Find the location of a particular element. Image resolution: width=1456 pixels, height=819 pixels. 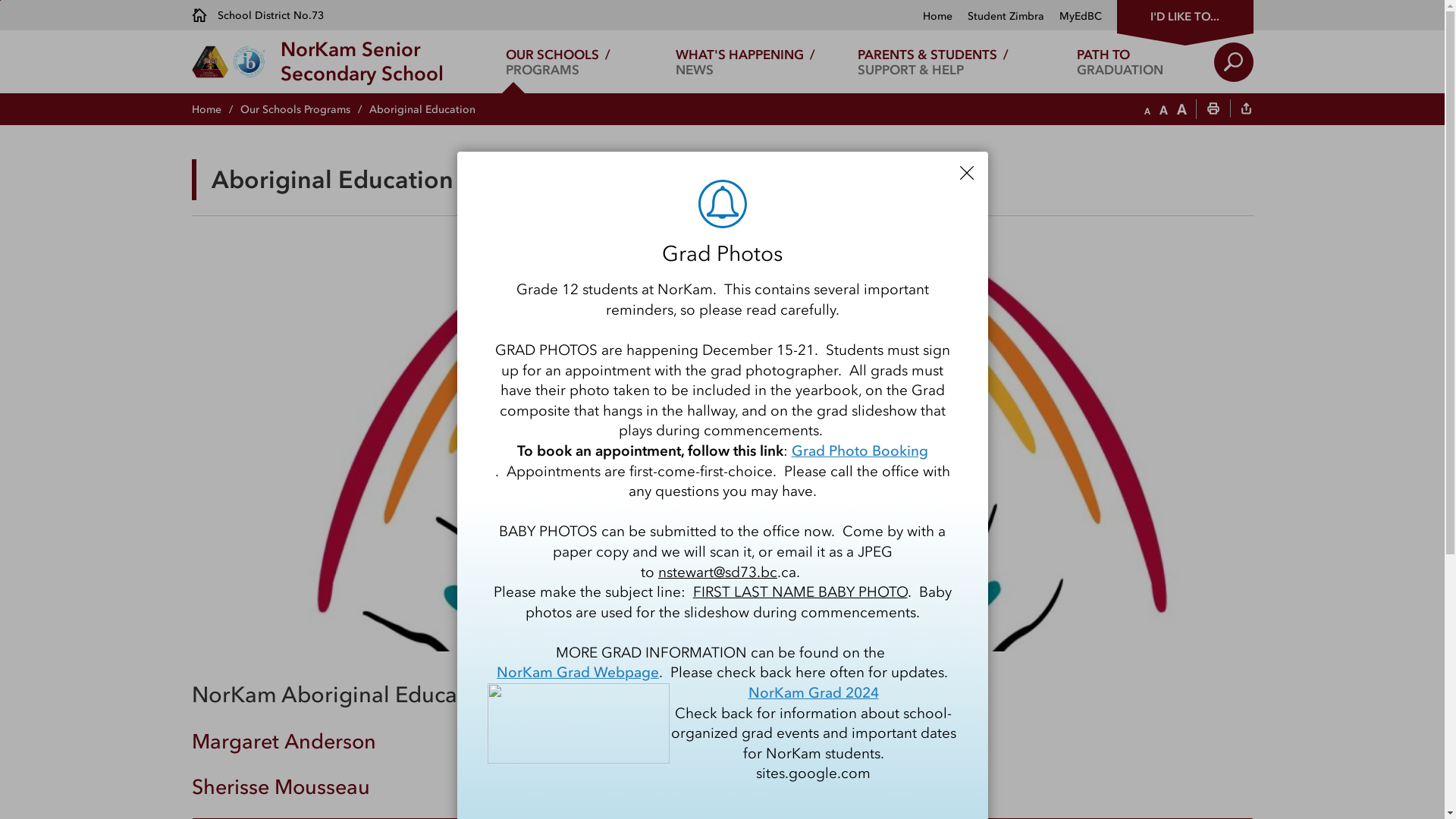

'Close Alert Banner' is located at coordinates (966, 171).